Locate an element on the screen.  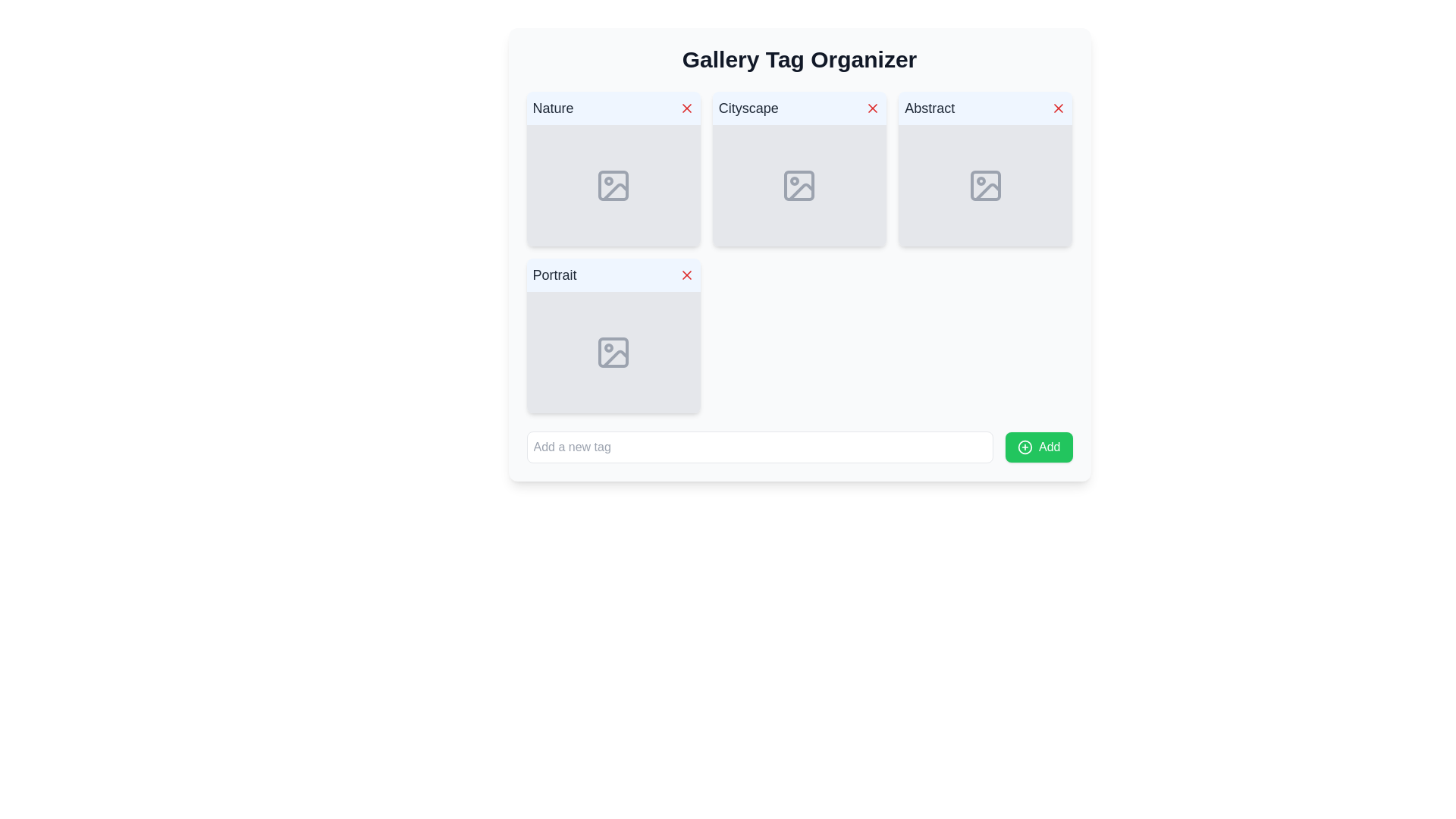
the 'X' icon next to the 'Nature' label is located at coordinates (686, 107).